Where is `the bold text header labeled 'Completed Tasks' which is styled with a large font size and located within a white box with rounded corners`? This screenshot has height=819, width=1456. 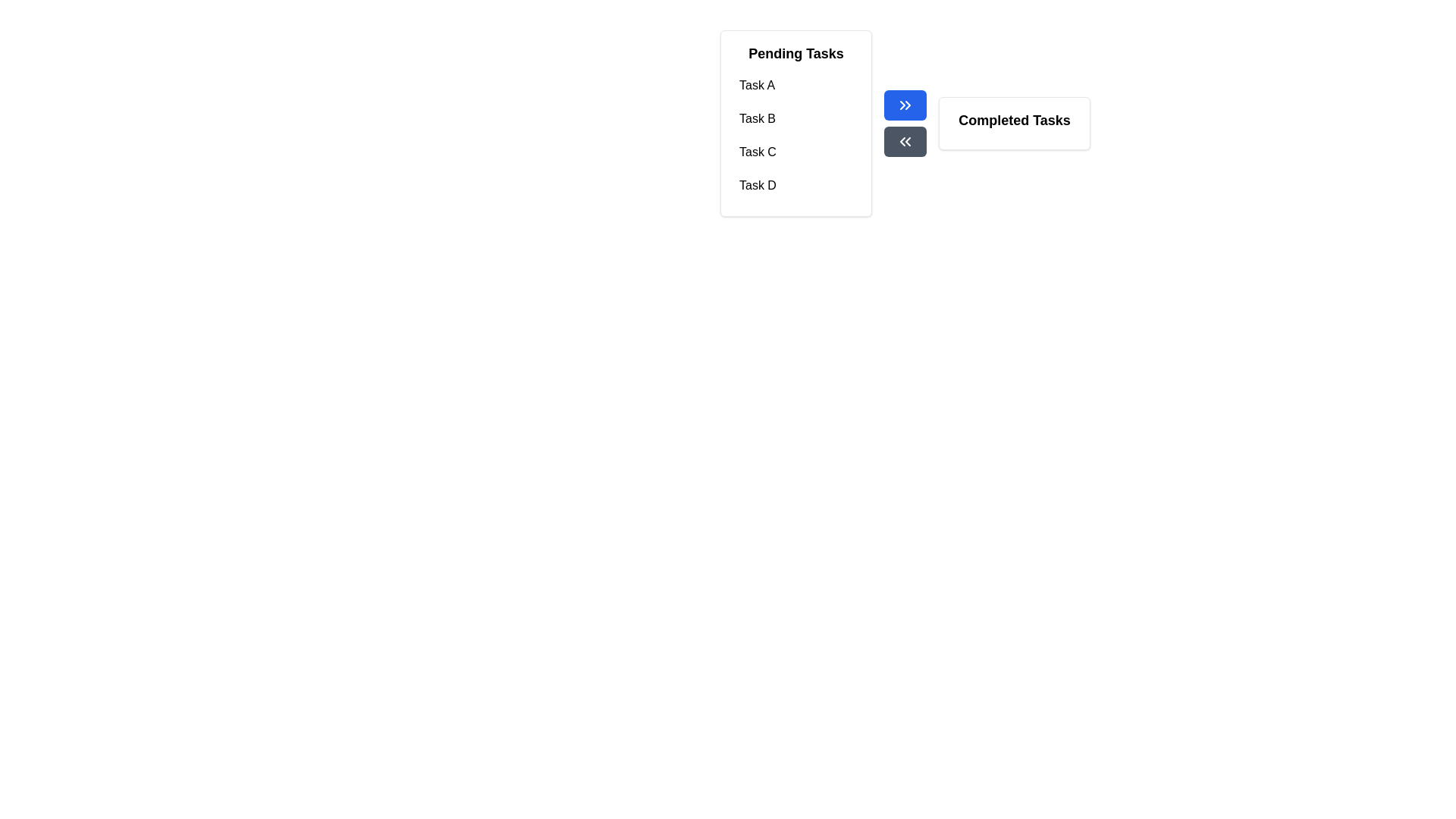
the bold text header labeled 'Completed Tasks' which is styled with a large font size and located within a white box with rounded corners is located at coordinates (1015, 119).